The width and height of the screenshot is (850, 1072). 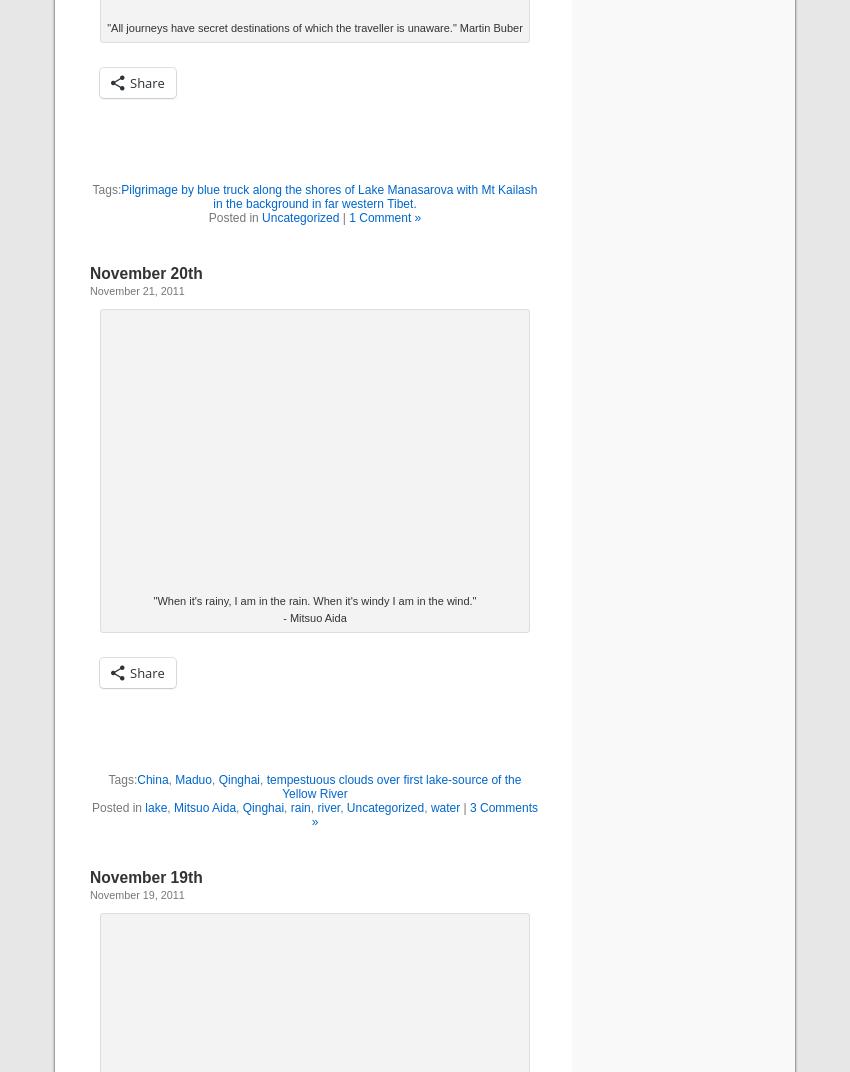 I want to click on 'river', so click(x=328, y=806).